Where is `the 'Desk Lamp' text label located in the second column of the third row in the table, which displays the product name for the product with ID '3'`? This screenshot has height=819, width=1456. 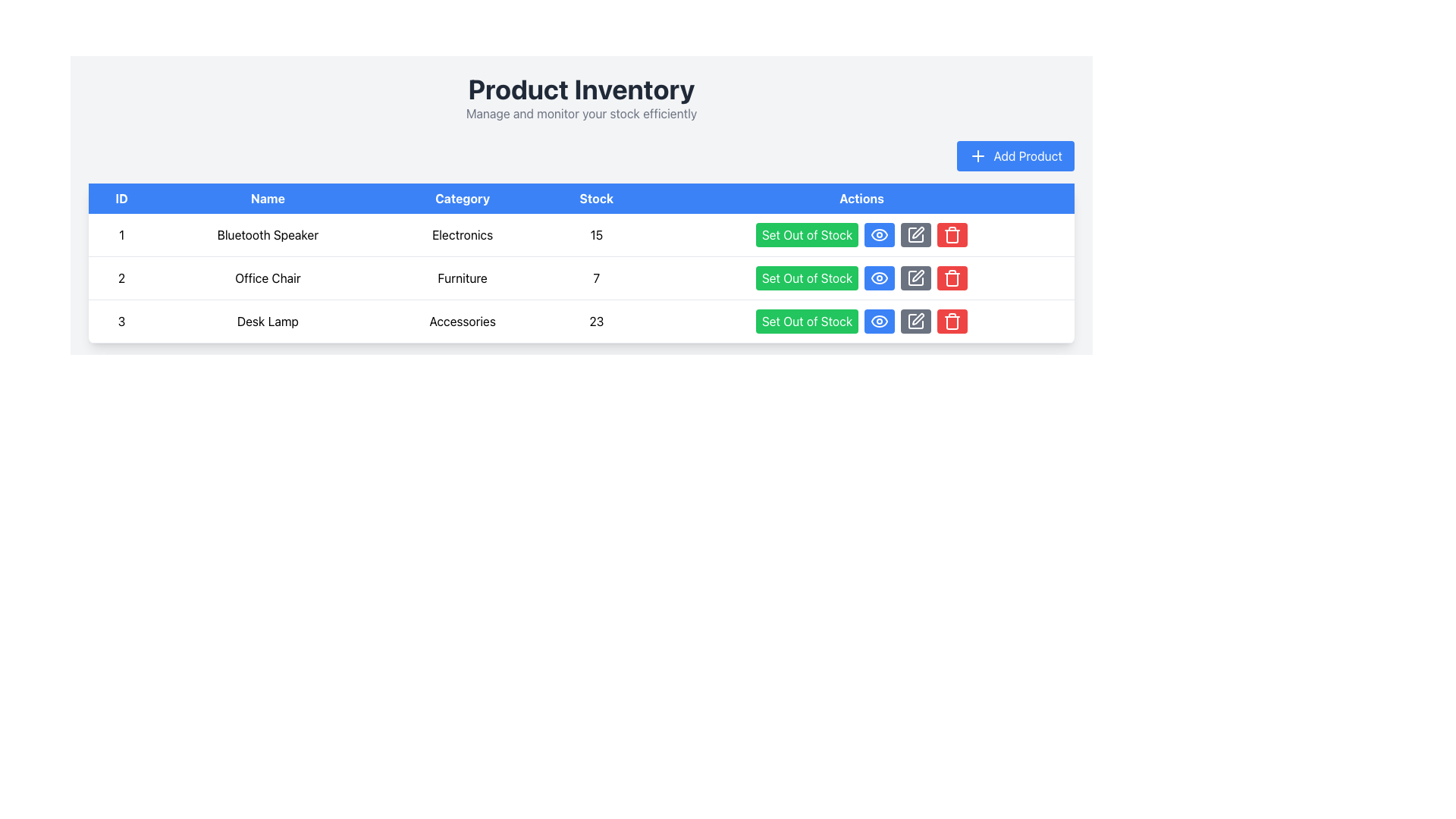
the 'Desk Lamp' text label located in the second column of the third row in the table, which displays the product name for the product with ID '3' is located at coordinates (268, 321).